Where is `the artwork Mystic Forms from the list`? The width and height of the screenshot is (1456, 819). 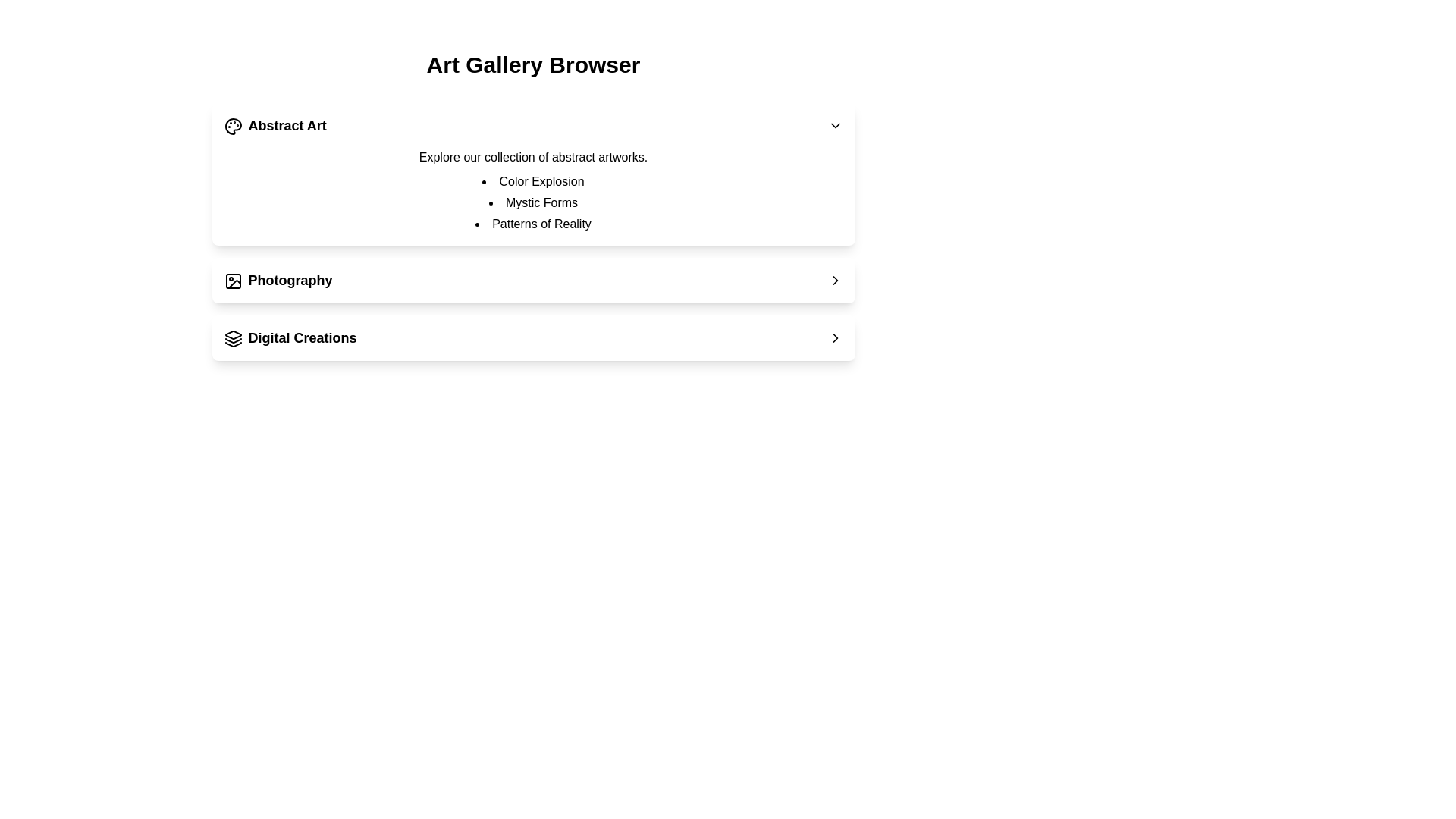
the artwork Mystic Forms from the list is located at coordinates (533, 202).